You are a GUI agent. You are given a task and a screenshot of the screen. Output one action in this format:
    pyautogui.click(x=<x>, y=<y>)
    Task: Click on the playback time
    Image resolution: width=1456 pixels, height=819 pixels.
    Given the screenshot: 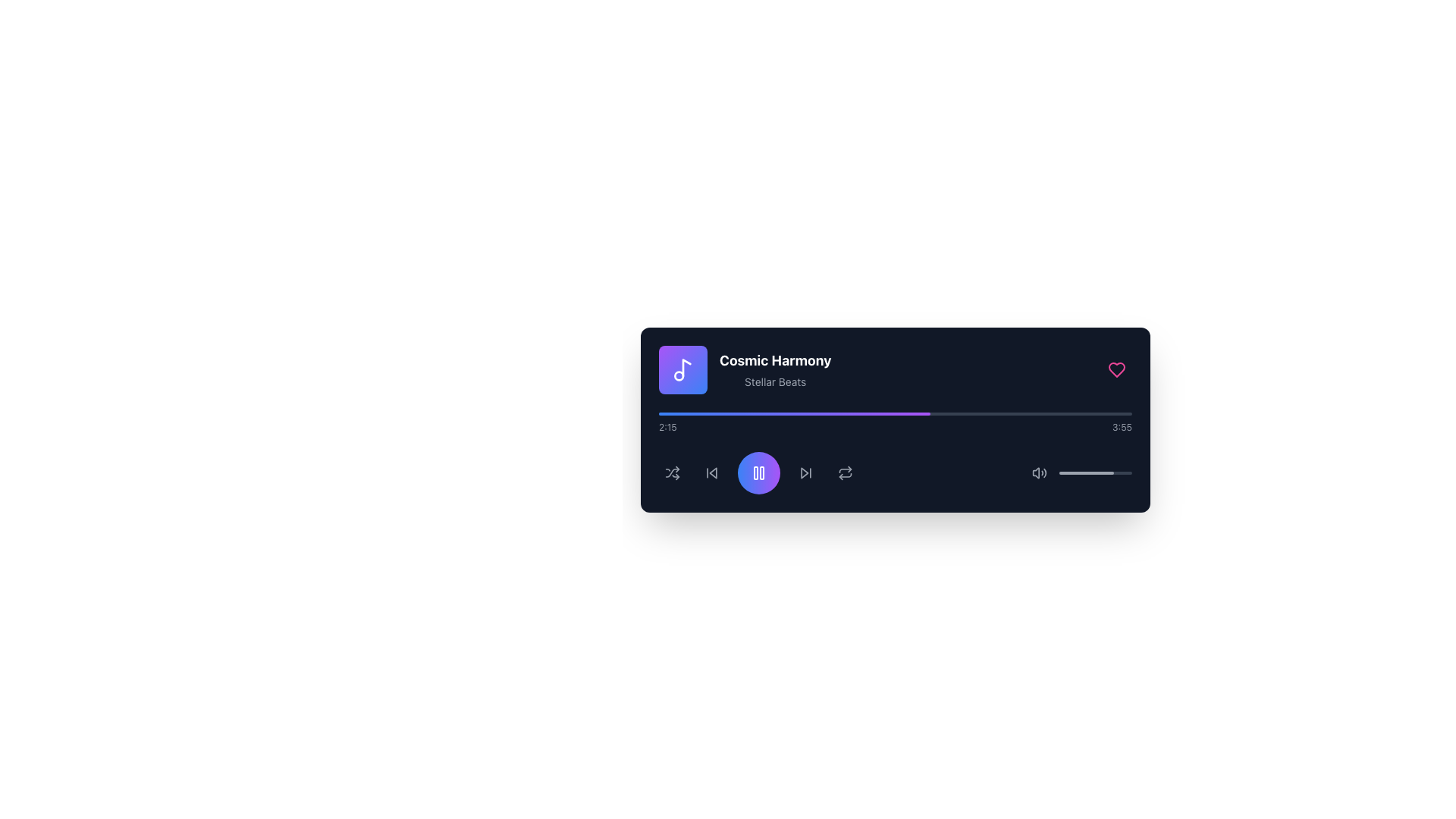 What is the action you would take?
    pyautogui.click(x=866, y=414)
    